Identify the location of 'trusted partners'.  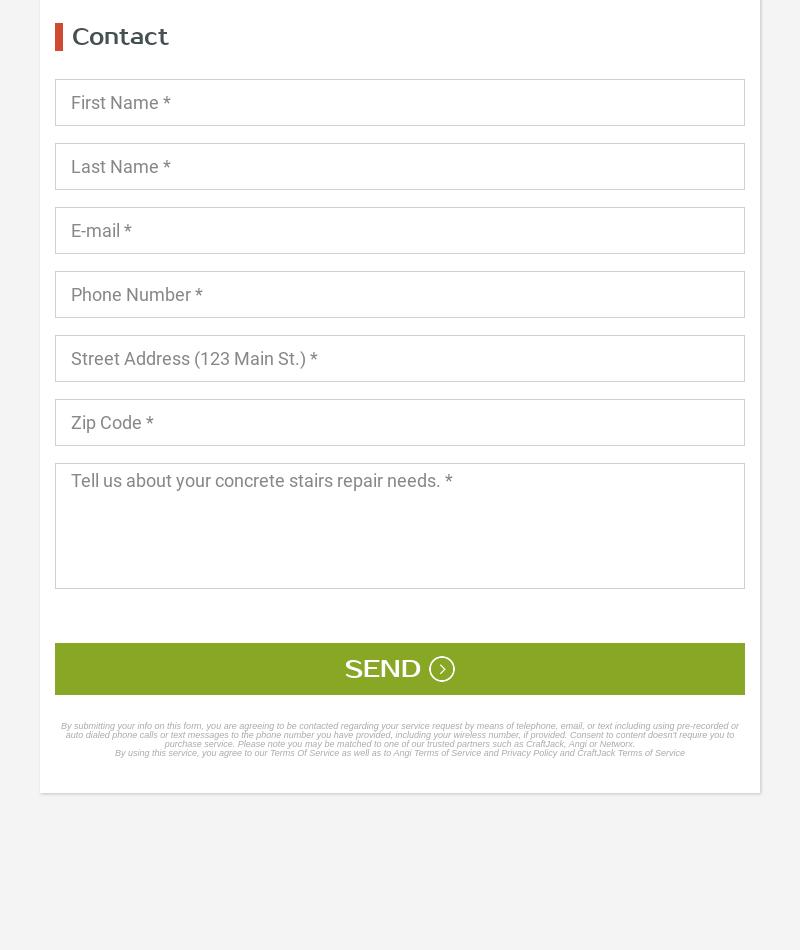
(456, 743).